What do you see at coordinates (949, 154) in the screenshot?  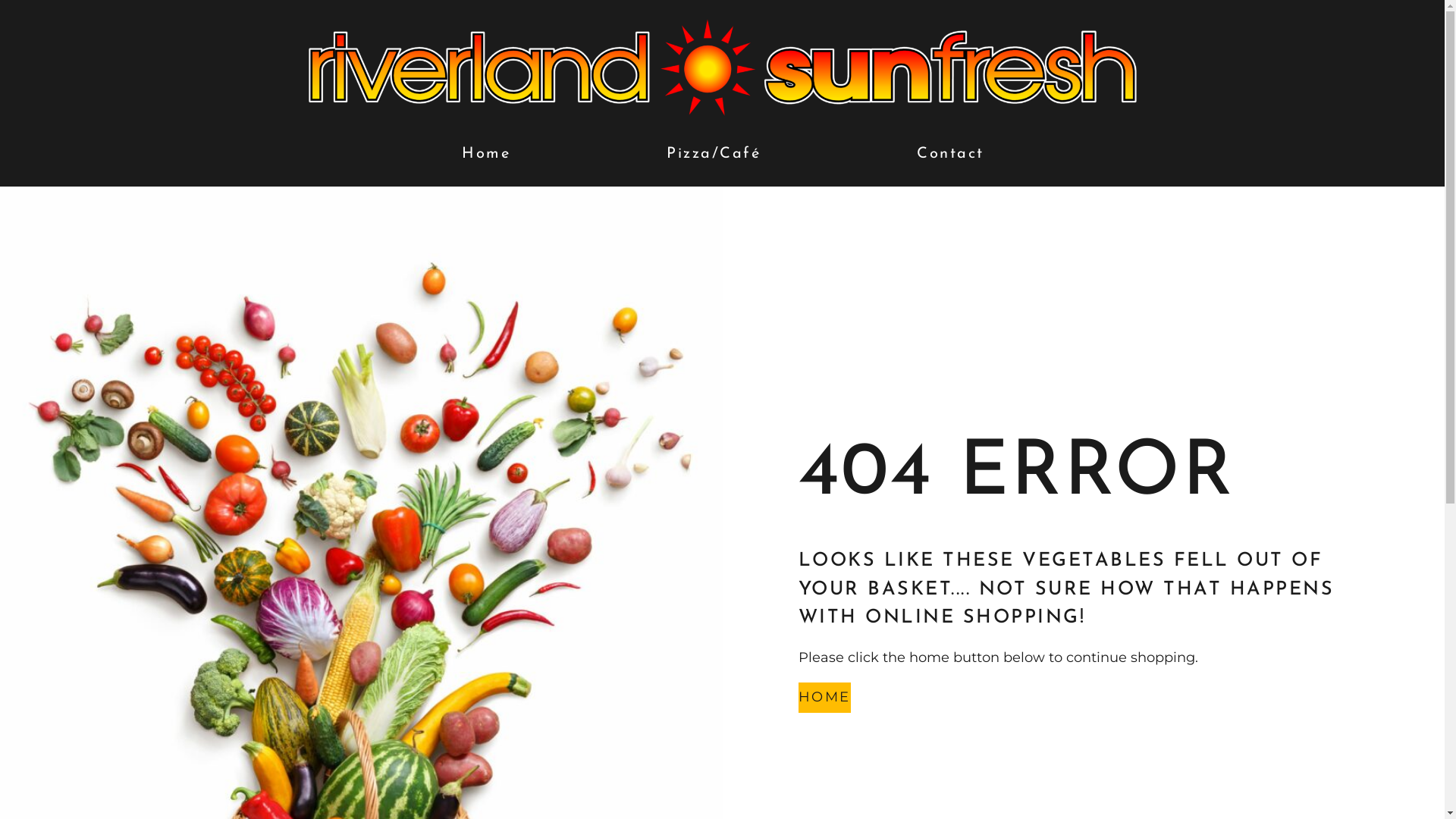 I see `'Contact'` at bounding box center [949, 154].